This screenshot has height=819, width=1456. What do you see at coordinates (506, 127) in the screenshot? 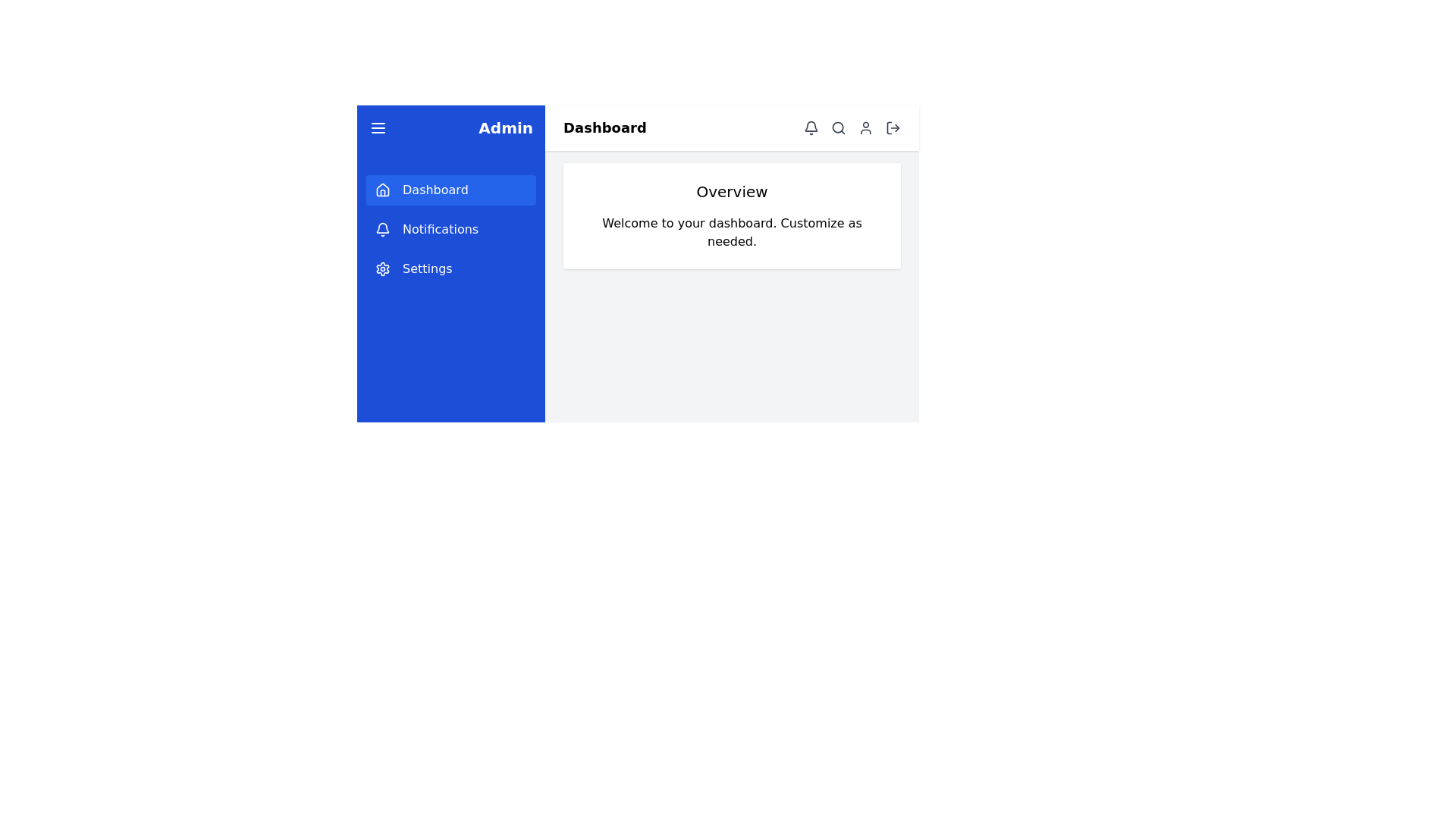
I see `the text label indicating the administrative mode, located in the top-left blue banner area of the interface` at bounding box center [506, 127].